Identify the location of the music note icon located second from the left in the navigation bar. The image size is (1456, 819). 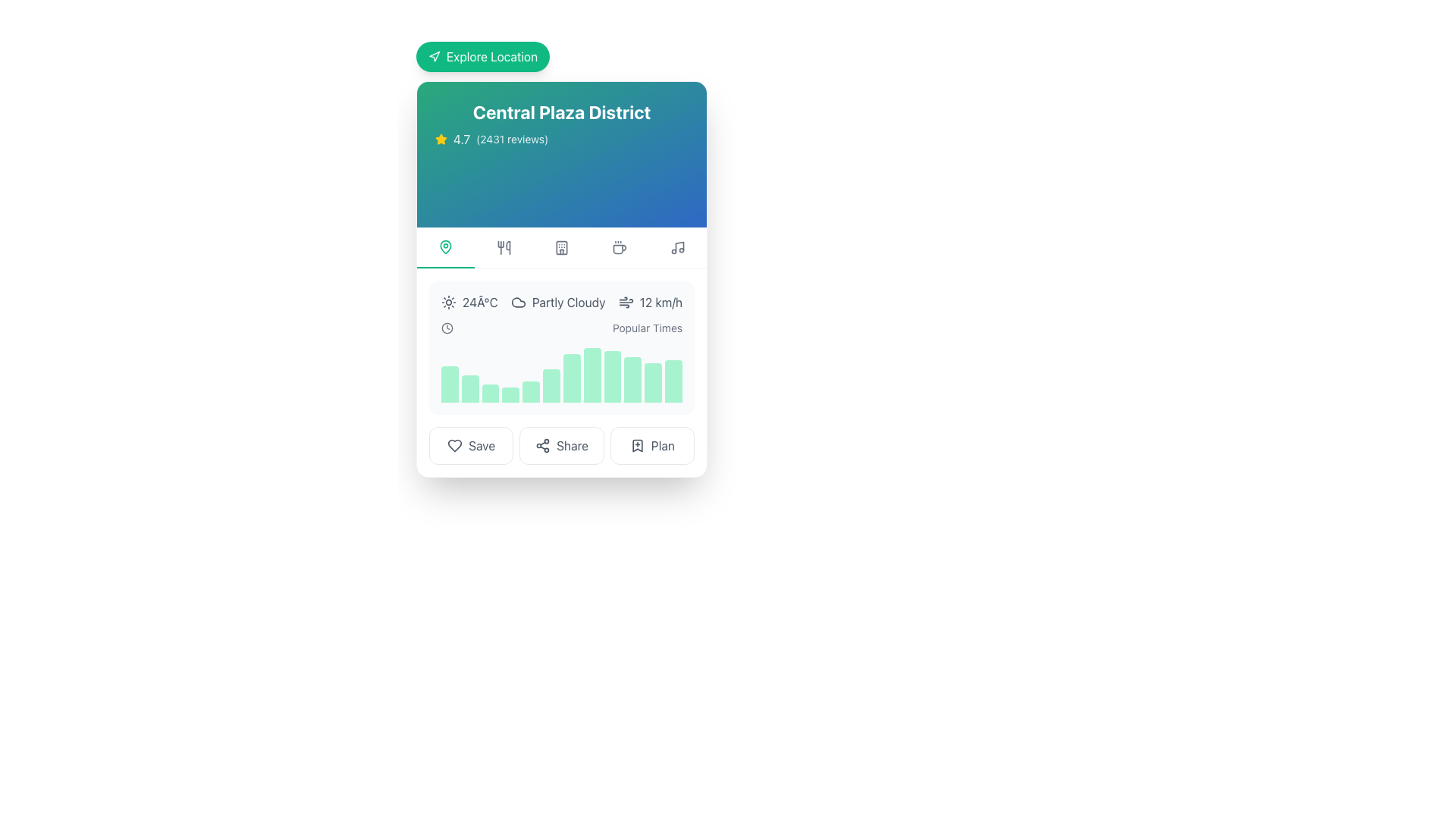
(676, 247).